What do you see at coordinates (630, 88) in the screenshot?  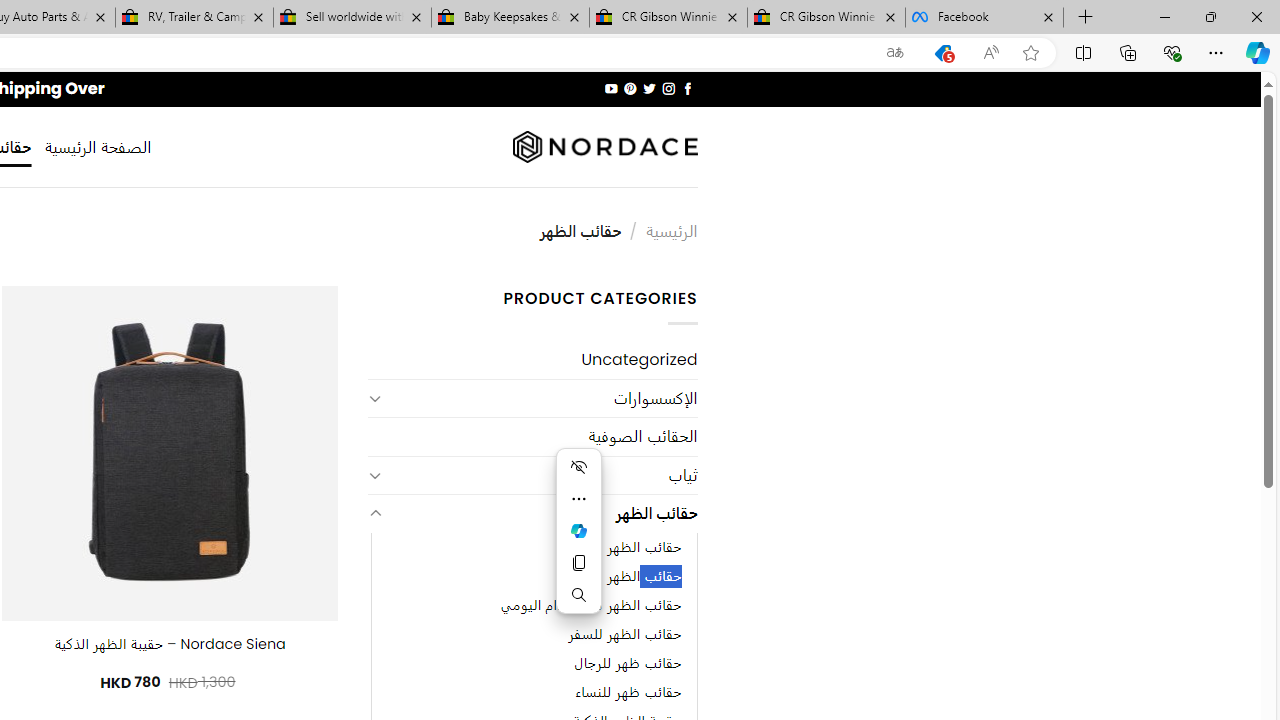 I see `'Follow on Pinterest'` at bounding box center [630, 88].